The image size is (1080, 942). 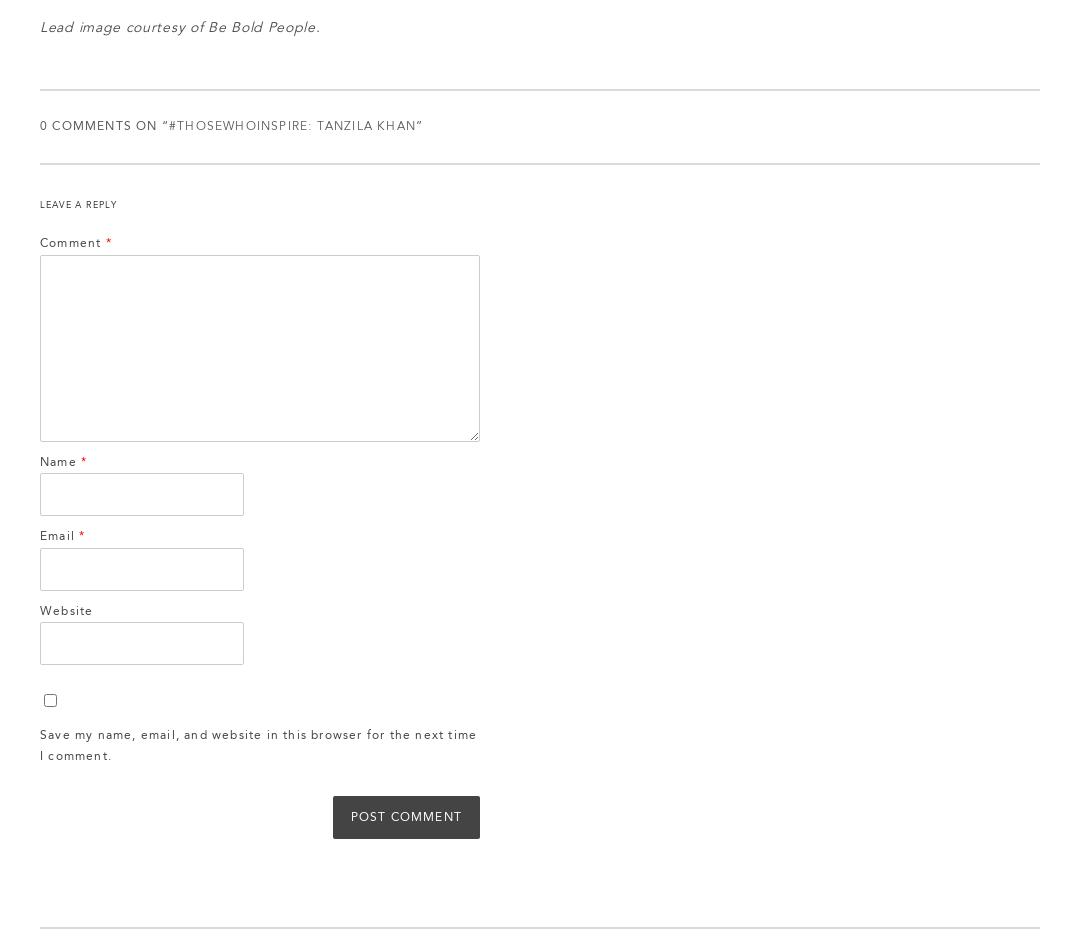 I want to click on '#THOSEWHOINSPIRE: TANZILA KHAN', so click(x=168, y=126).